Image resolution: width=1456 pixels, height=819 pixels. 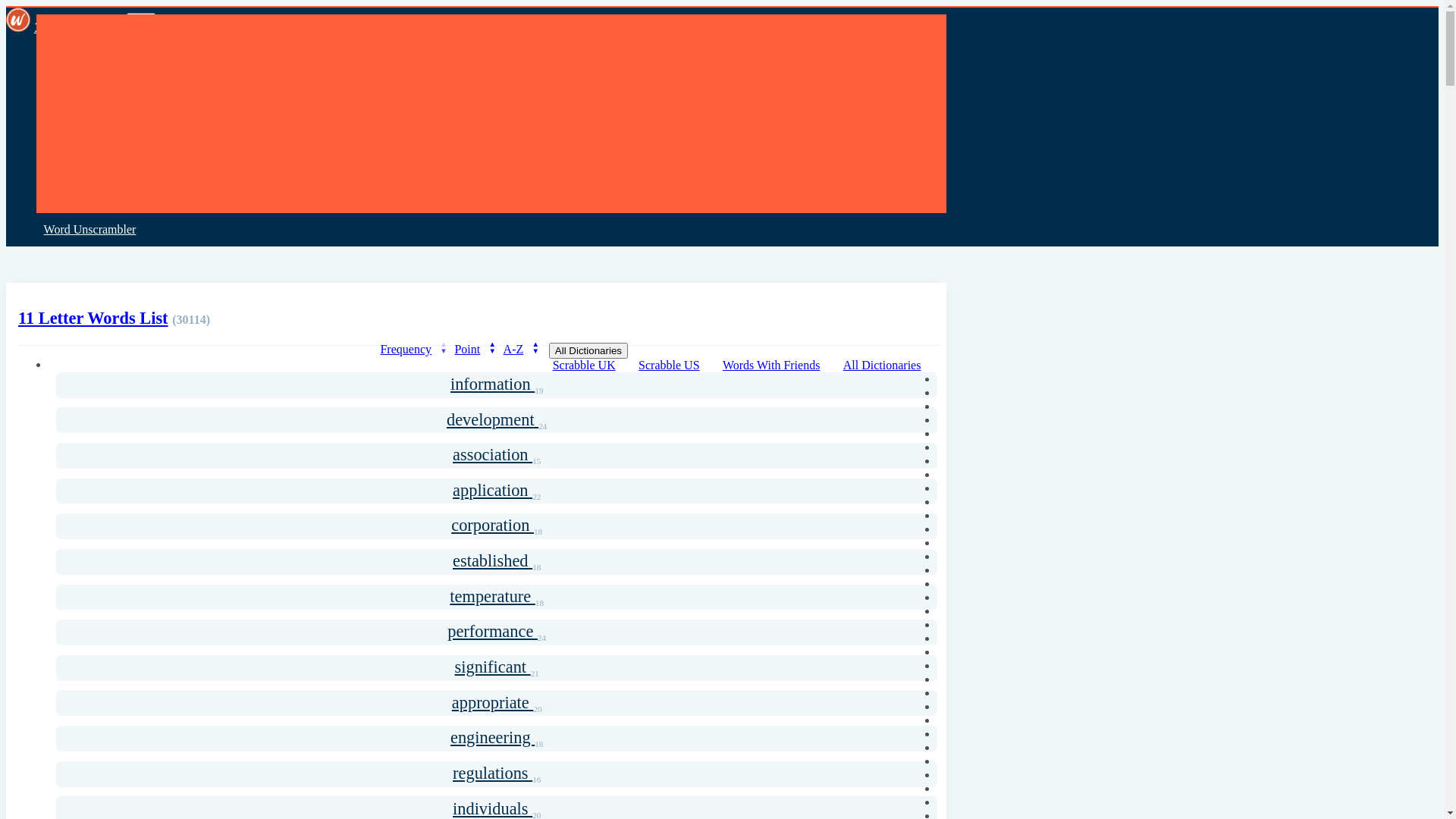 What do you see at coordinates (677, 366) in the screenshot?
I see `'Scrabble US'` at bounding box center [677, 366].